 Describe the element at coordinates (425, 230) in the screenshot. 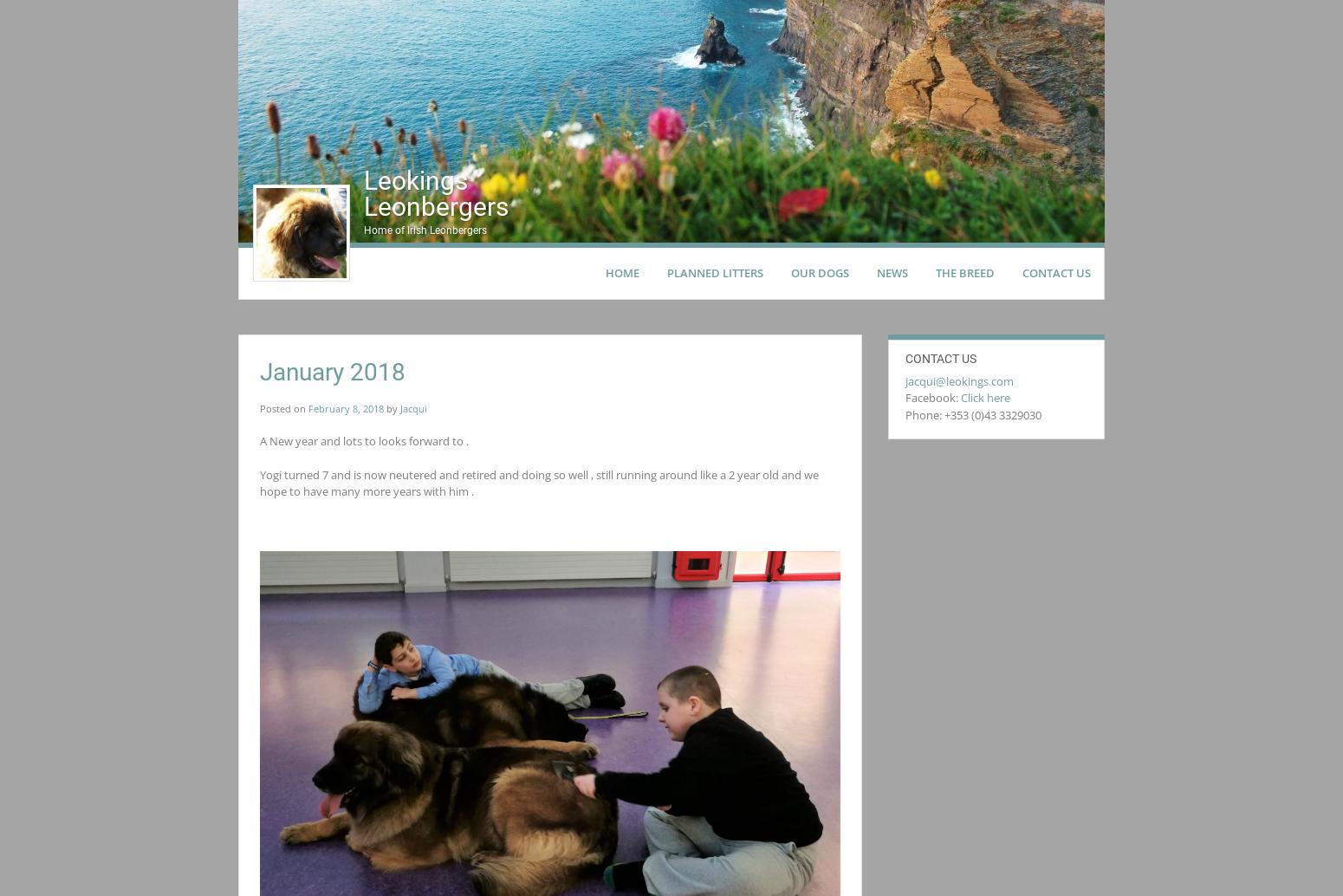

I see `'Home of Irish Leonbergers'` at that location.